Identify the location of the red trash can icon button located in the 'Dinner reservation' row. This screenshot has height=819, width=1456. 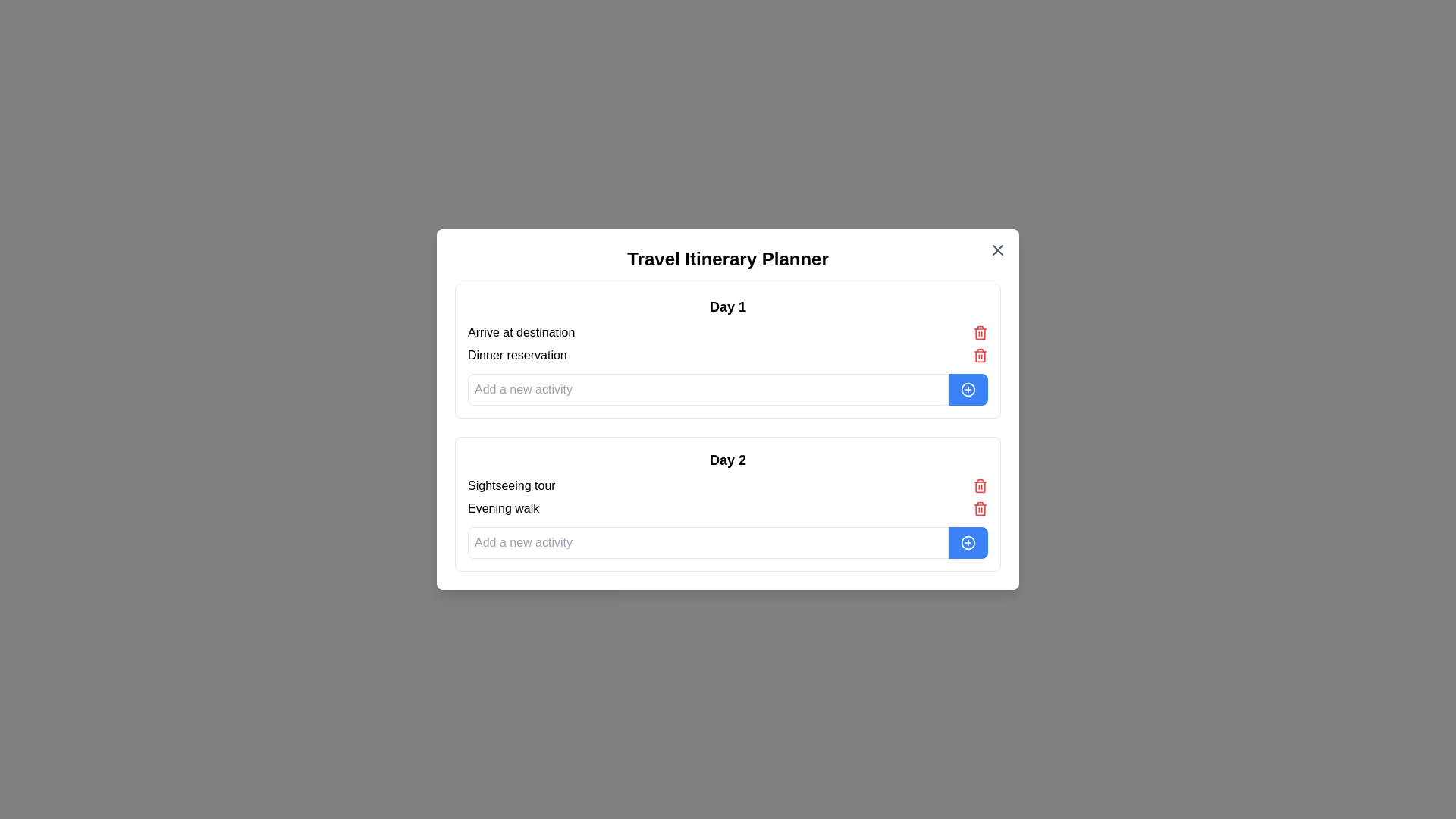
(980, 356).